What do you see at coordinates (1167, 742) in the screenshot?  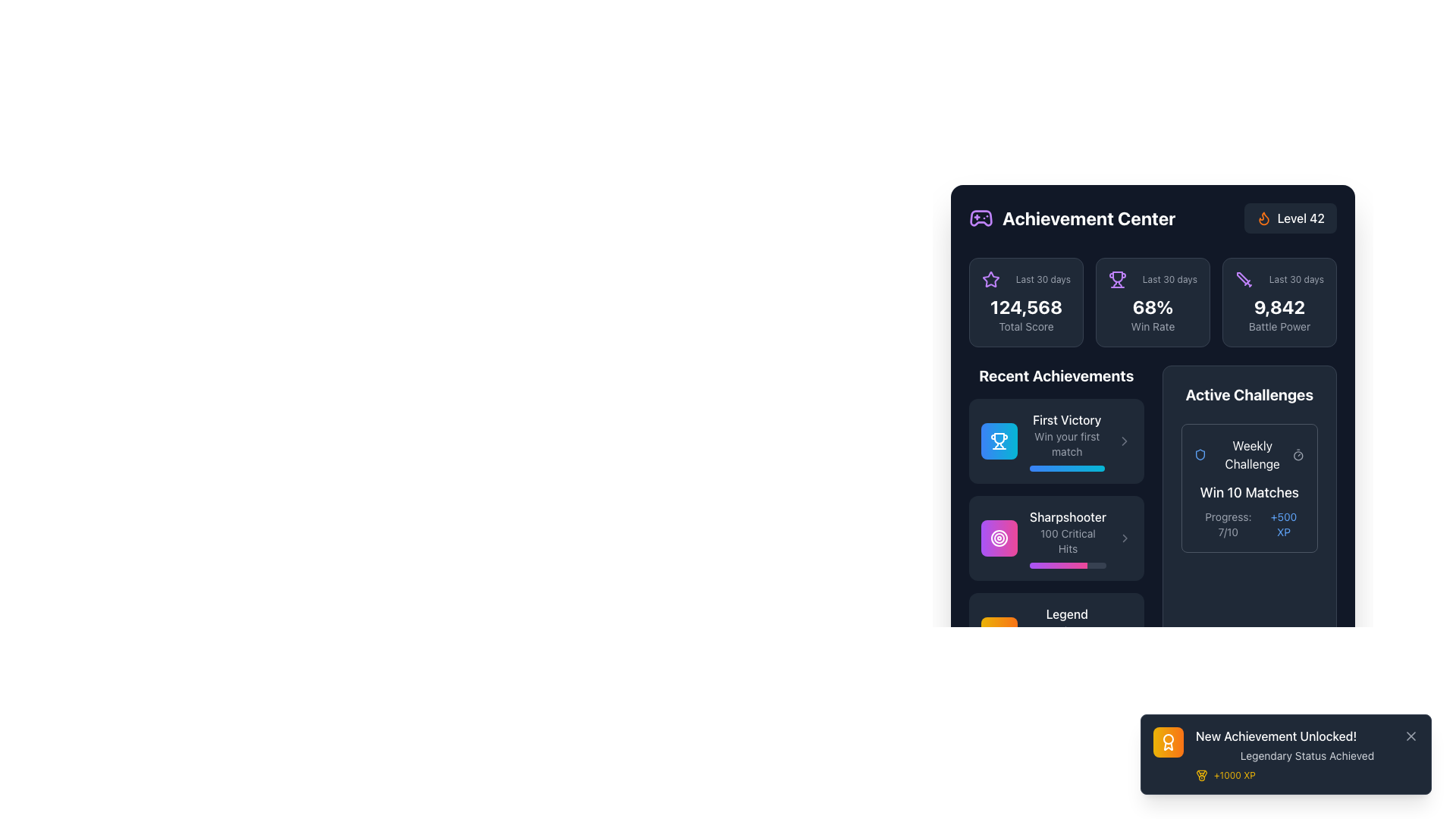 I see `the achievement icon in the bottom right pop-up notification that indicates 'New Achievement Unlocked!'` at bounding box center [1167, 742].